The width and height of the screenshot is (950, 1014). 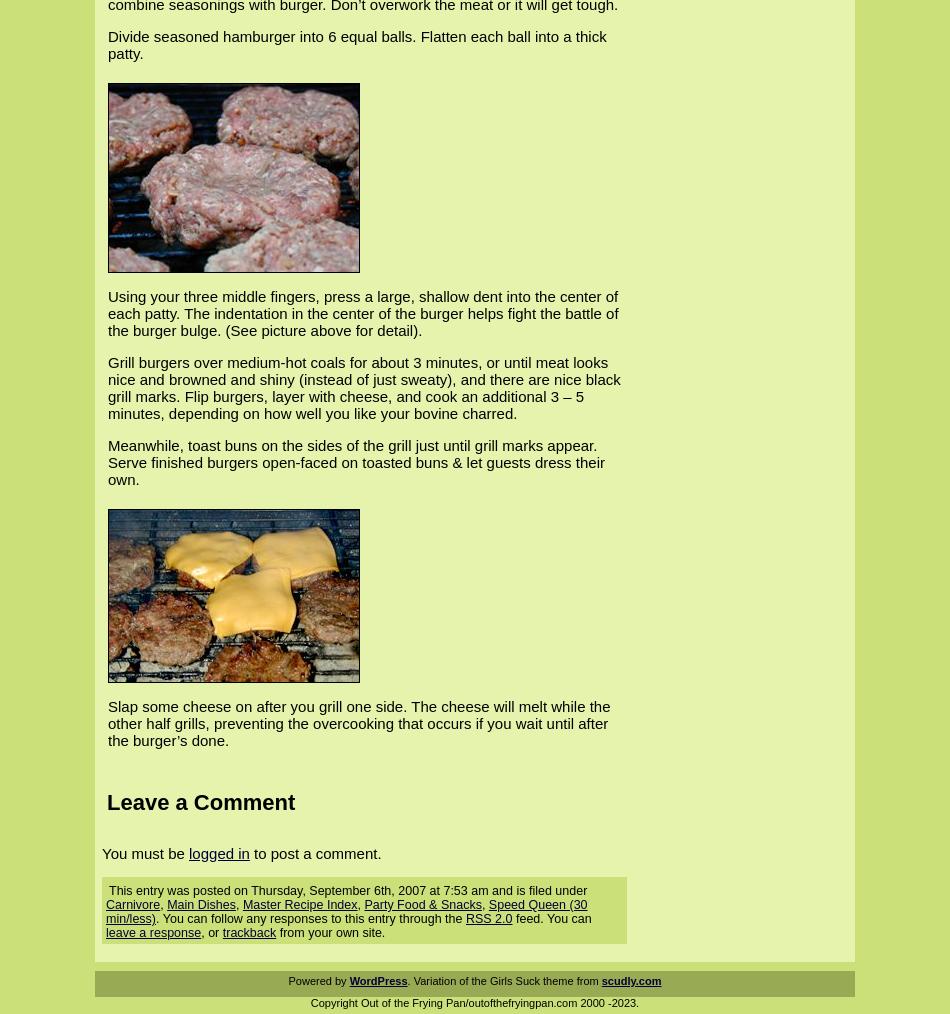 I want to click on 'Powered by', so click(x=317, y=981).